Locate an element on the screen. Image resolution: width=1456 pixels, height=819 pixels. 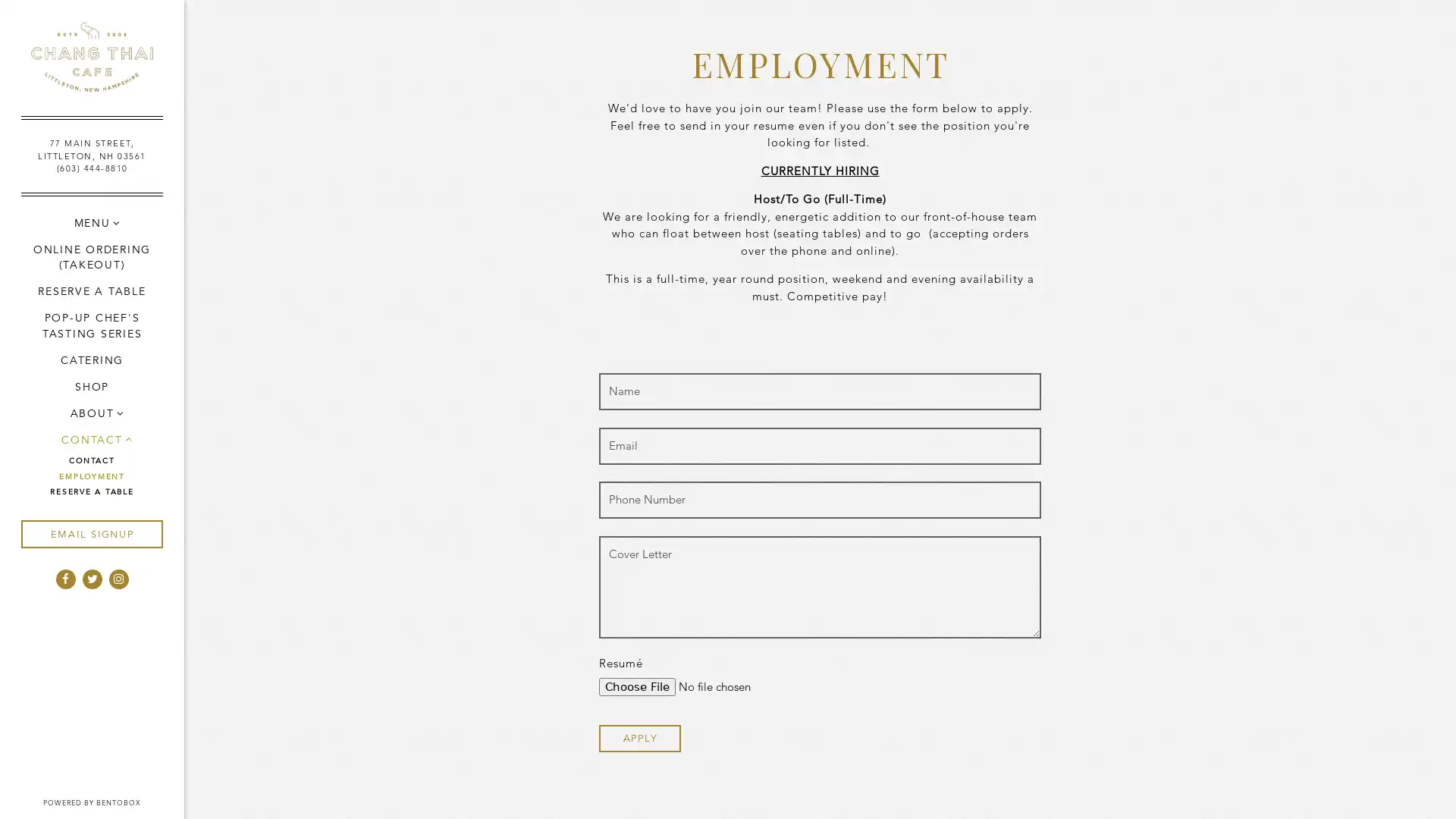
CONTACT is located at coordinates (90, 439).